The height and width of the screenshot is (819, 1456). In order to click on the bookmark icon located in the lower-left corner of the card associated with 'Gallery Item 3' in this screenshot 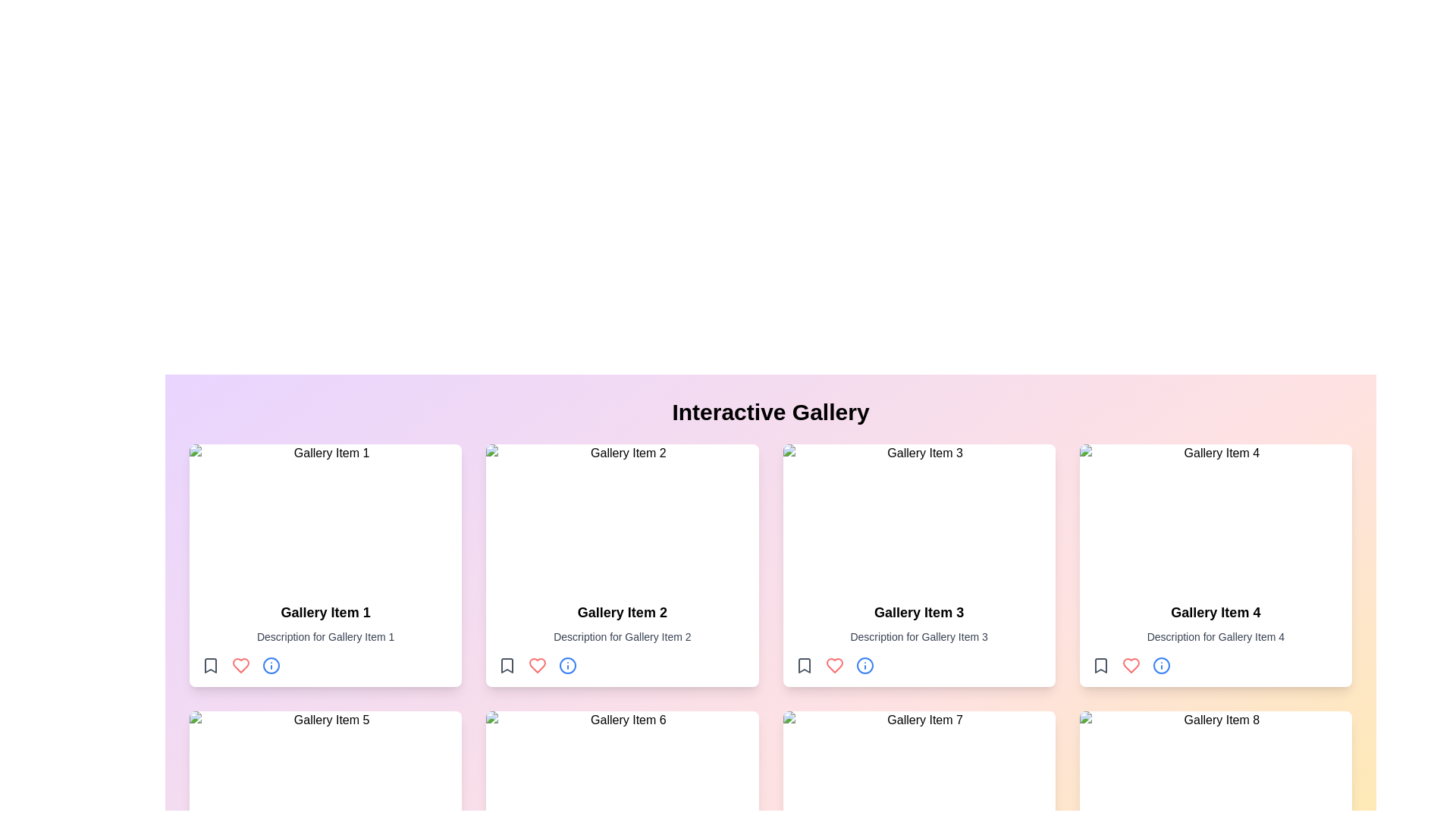, I will do `click(803, 665)`.